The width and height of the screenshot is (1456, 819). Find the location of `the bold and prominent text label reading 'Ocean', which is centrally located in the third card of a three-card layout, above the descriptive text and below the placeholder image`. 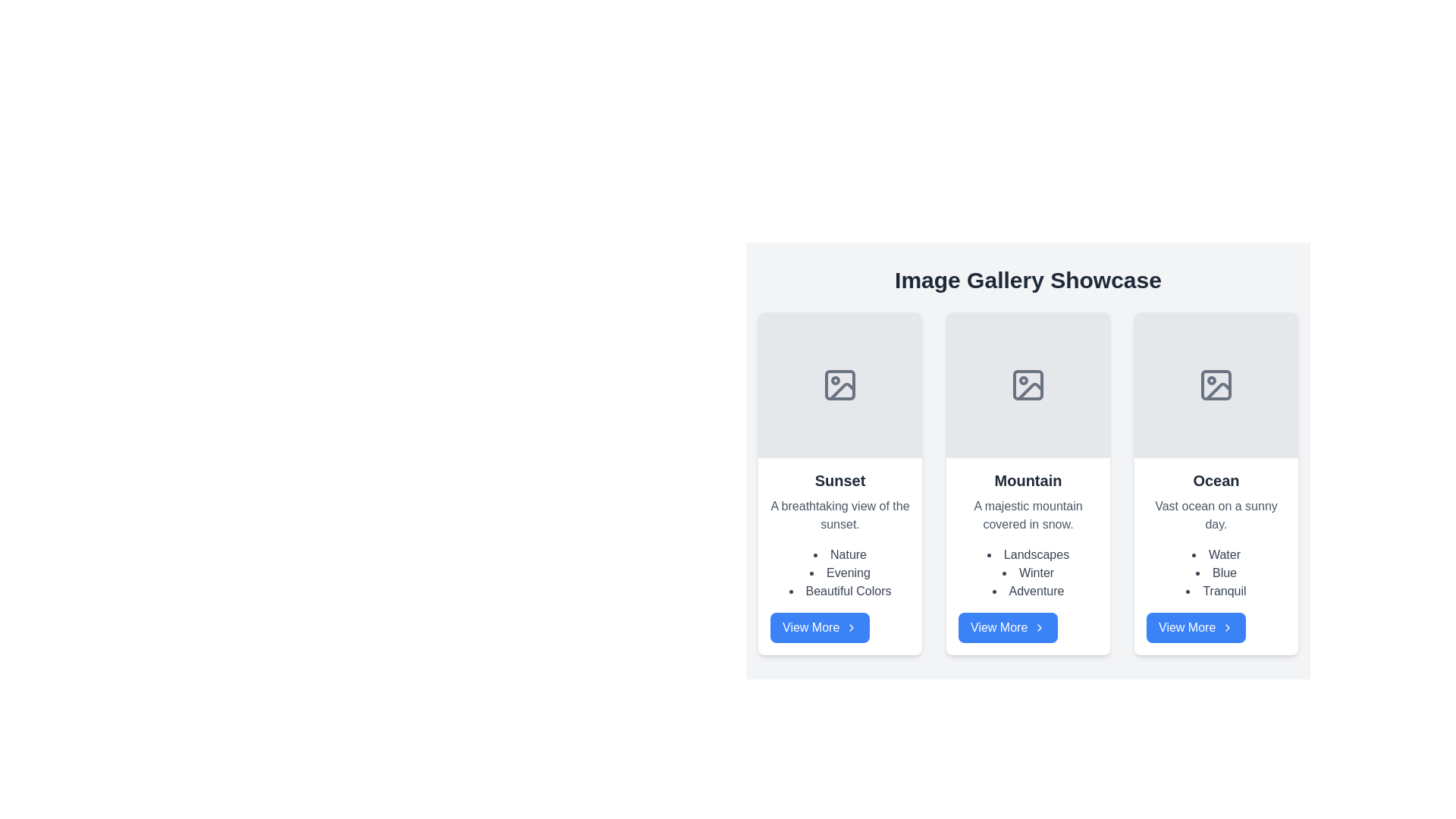

the bold and prominent text label reading 'Ocean', which is centrally located in the third card of a three-card layout, above the descriptive text and below the placeholder image is located at coordinates (1216, 480).